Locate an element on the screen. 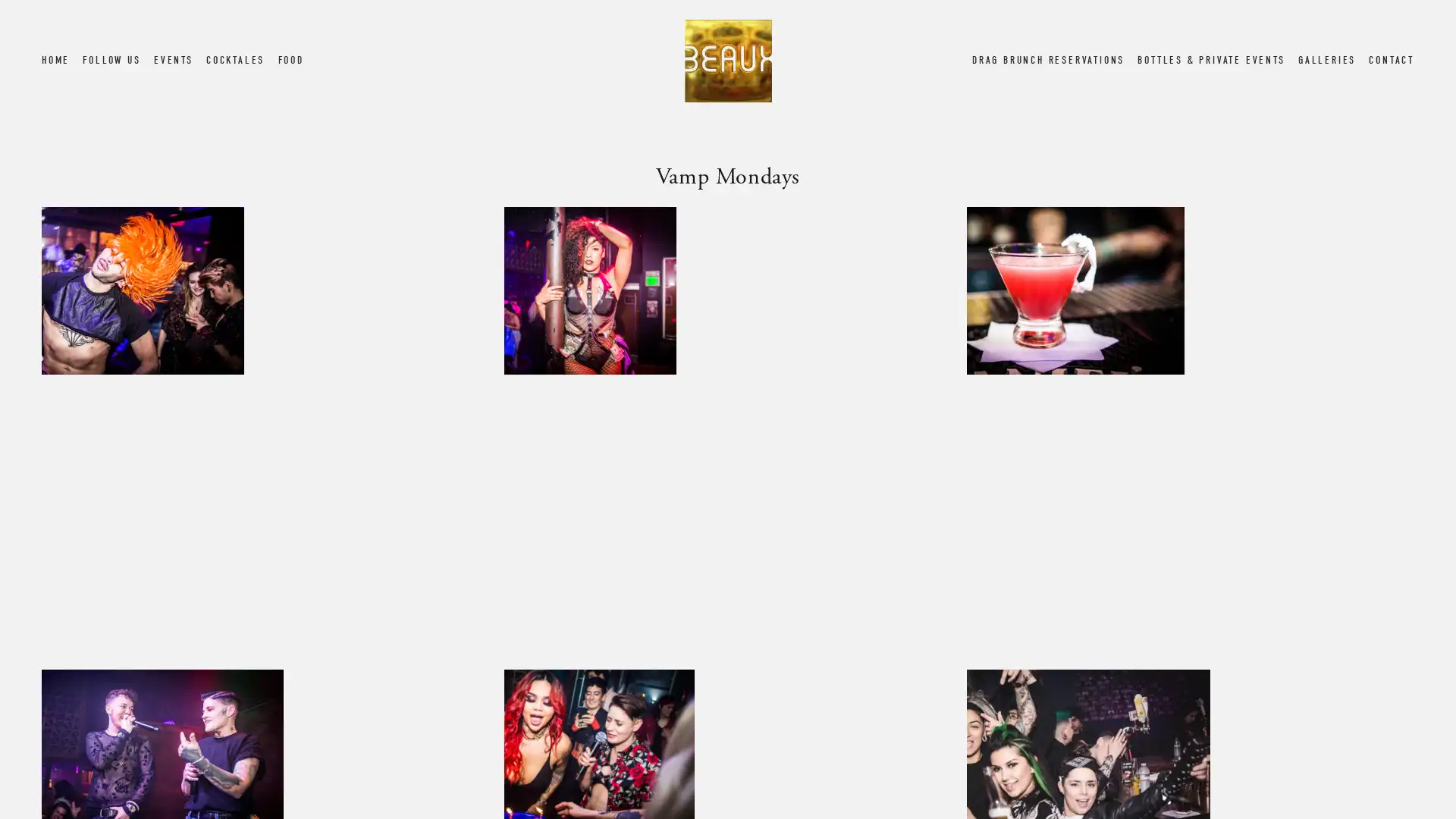 Image resolution: width=1456 pixels, height=819 pixels. View fullsize Screen Shot 2019-04-10 at 4.51.08 PM.png is located at coordinates (726, 430).